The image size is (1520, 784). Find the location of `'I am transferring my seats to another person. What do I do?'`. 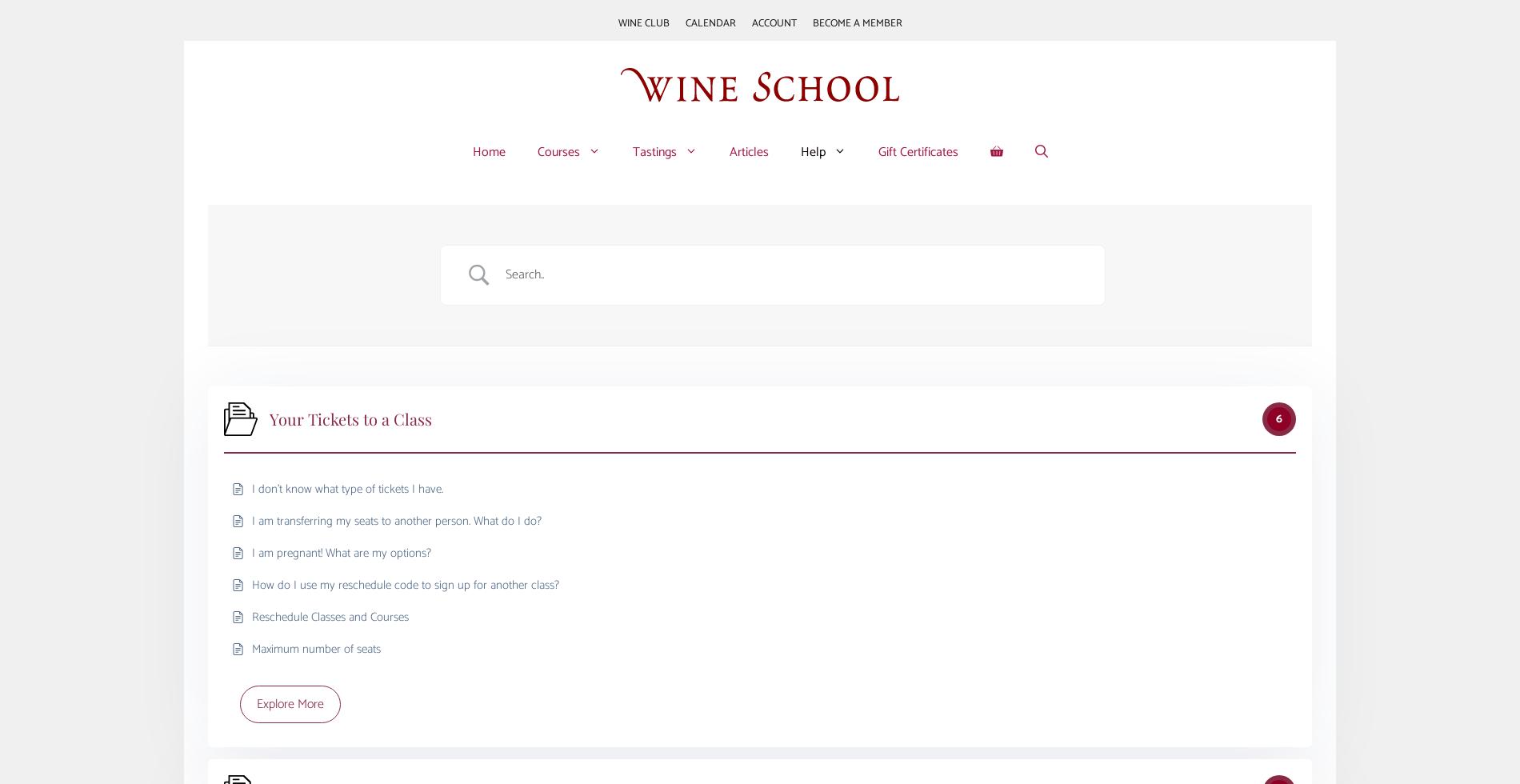

'I am transferring my seats to another person. What do I do?' is located at coordinates (397, 520).